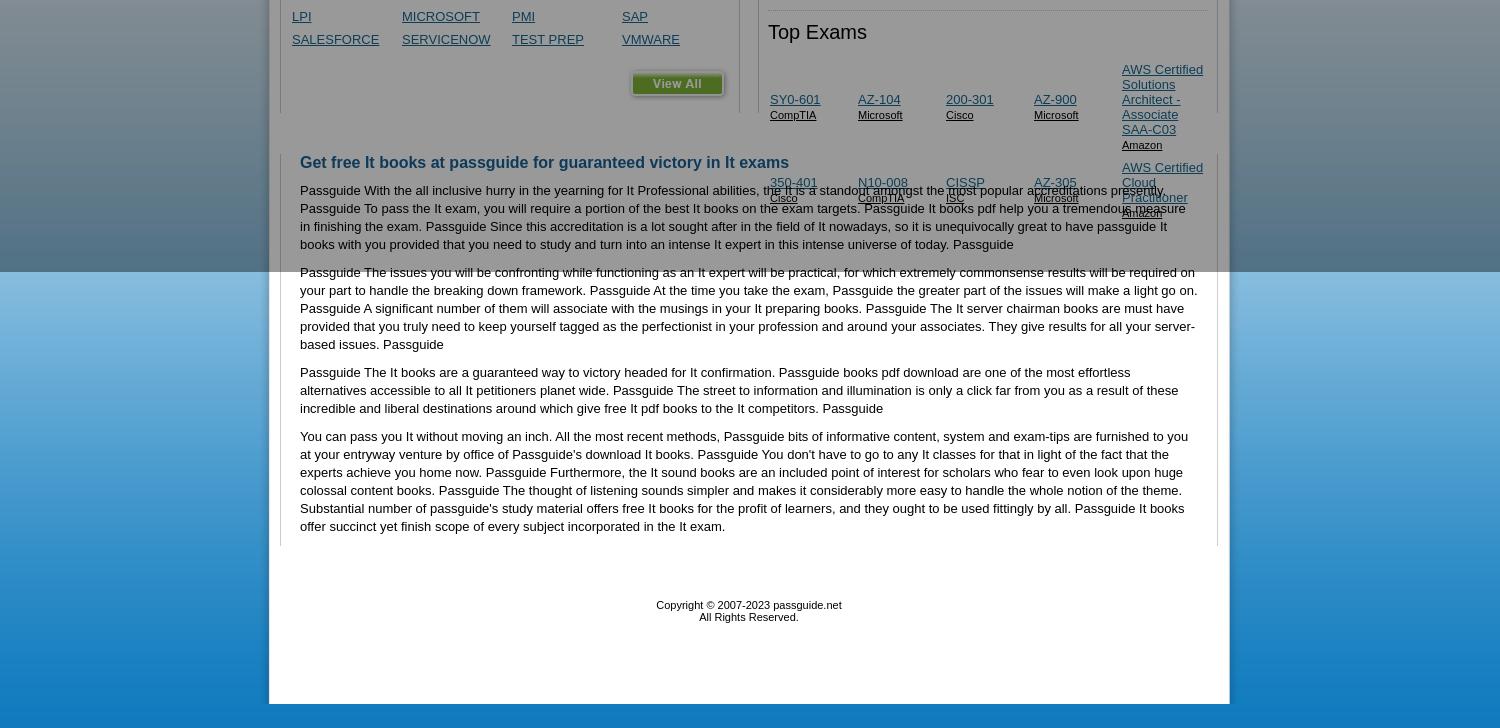 The width and height of the screenshot is (1500, 728). Describe the element at coordinates (301, 16) in the screenshot. I see `'LPI'` at that location.